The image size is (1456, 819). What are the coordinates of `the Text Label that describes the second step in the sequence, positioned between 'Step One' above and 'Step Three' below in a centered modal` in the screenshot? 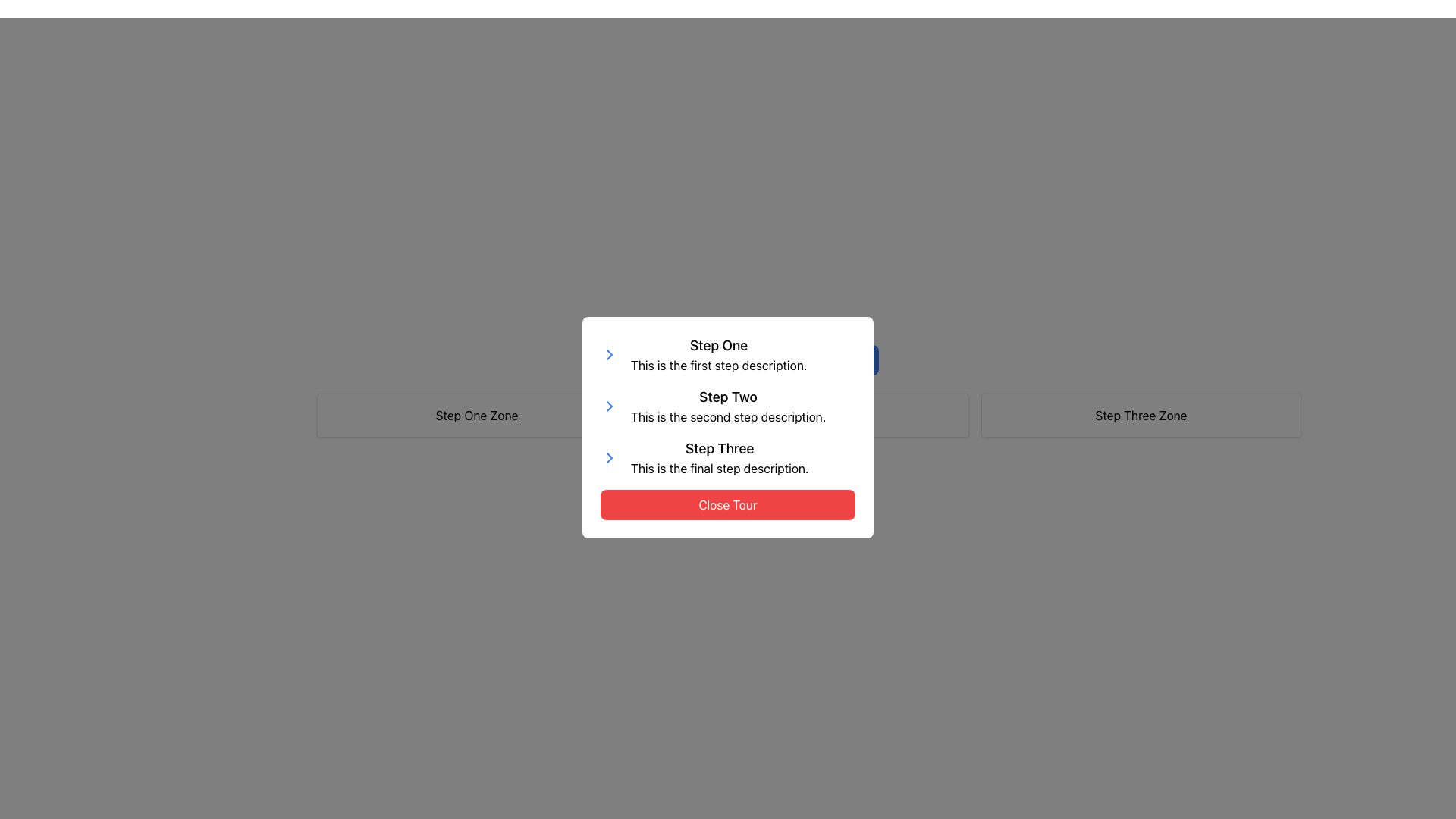 It's located at (728, 406).